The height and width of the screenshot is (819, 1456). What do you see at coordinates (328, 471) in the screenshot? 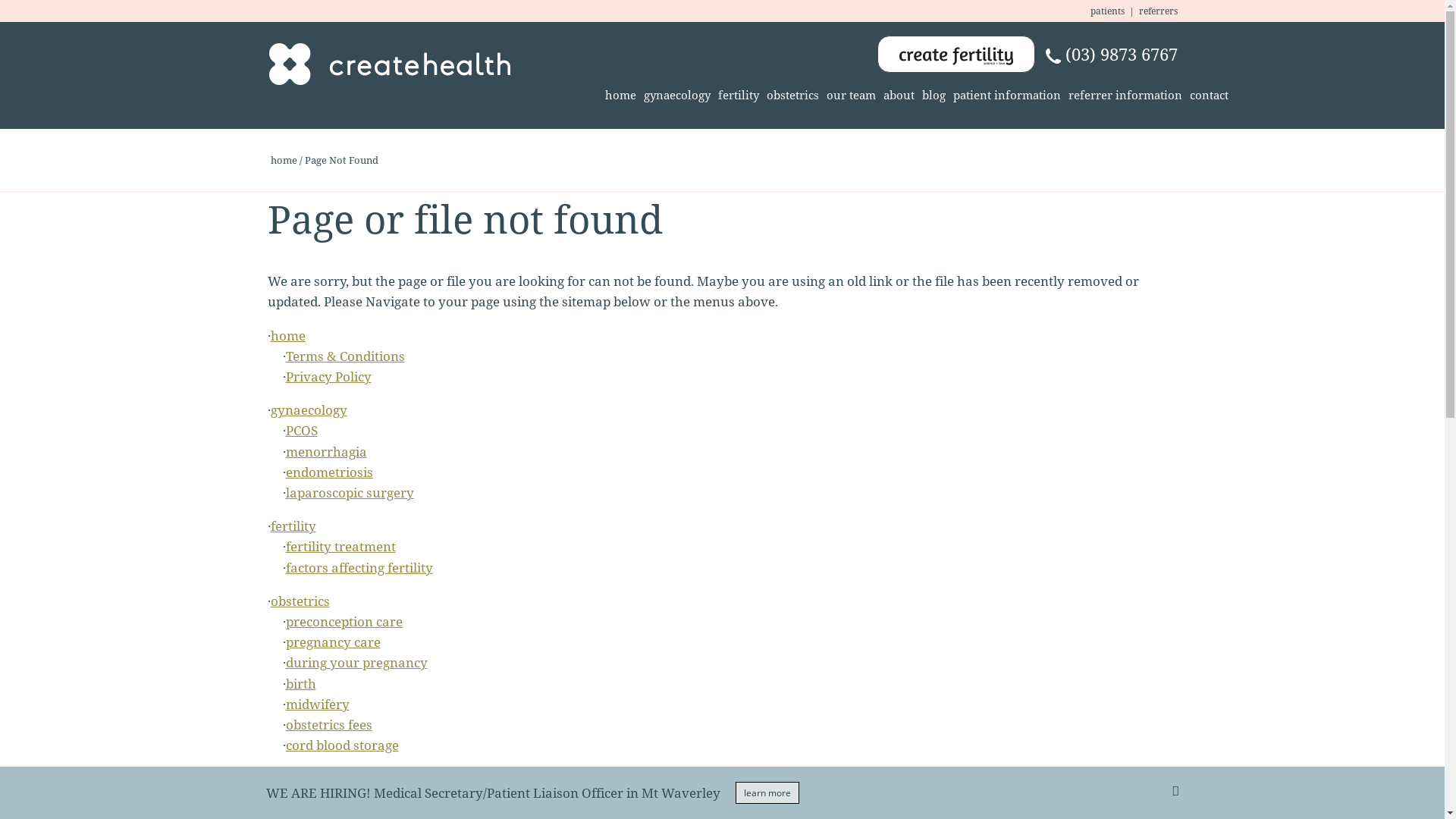
I see `'endometriosis'` at bounding box center [328, 471].